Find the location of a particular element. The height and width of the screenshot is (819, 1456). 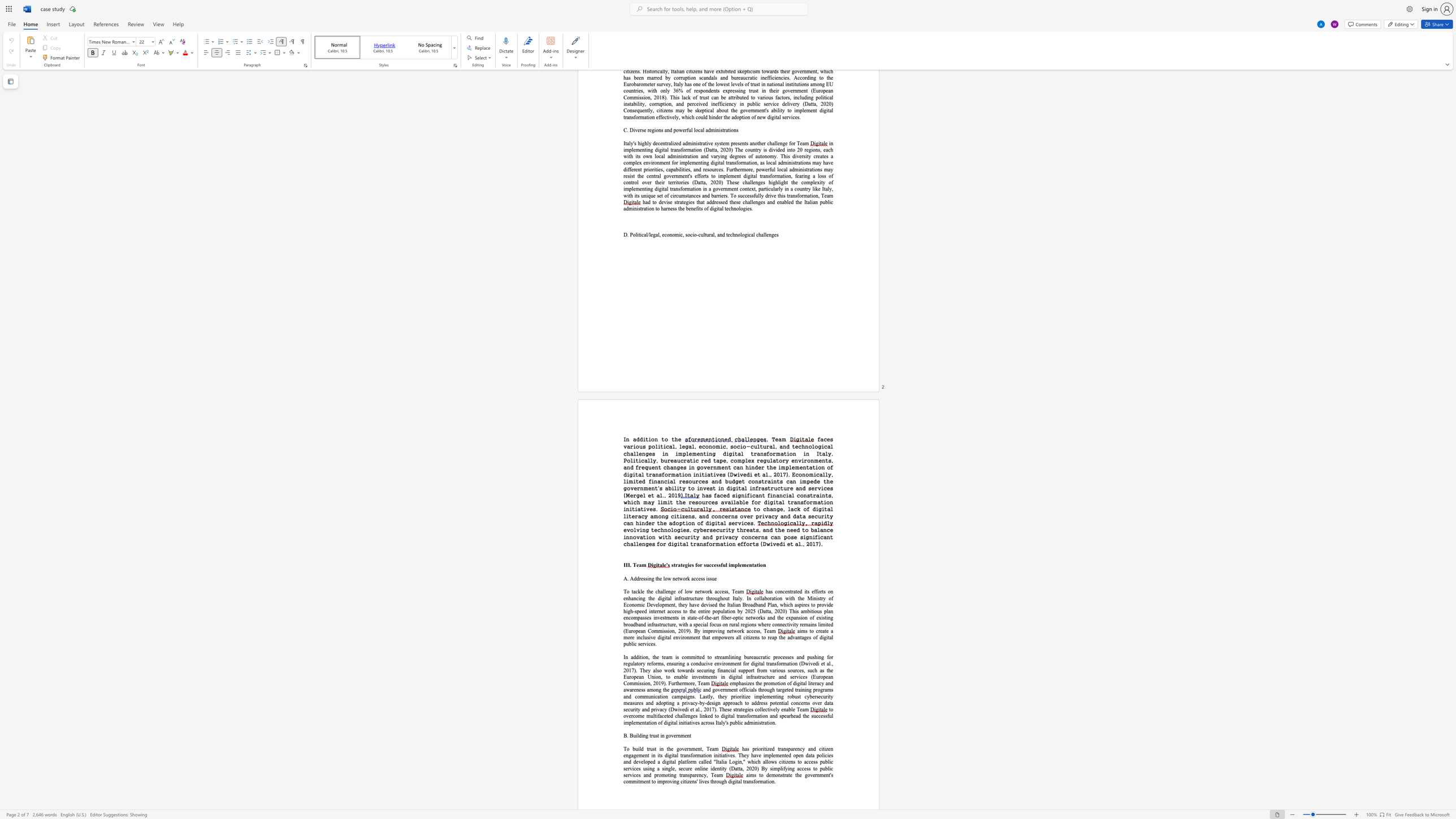

the subset text "igital environment that empowers all citizens to reap the advantages of digital p" within the text "aims to create a more inclusive digital environment that empowers all citizens to reap the advantages of digital public services." is located at coordinates (660, 638).